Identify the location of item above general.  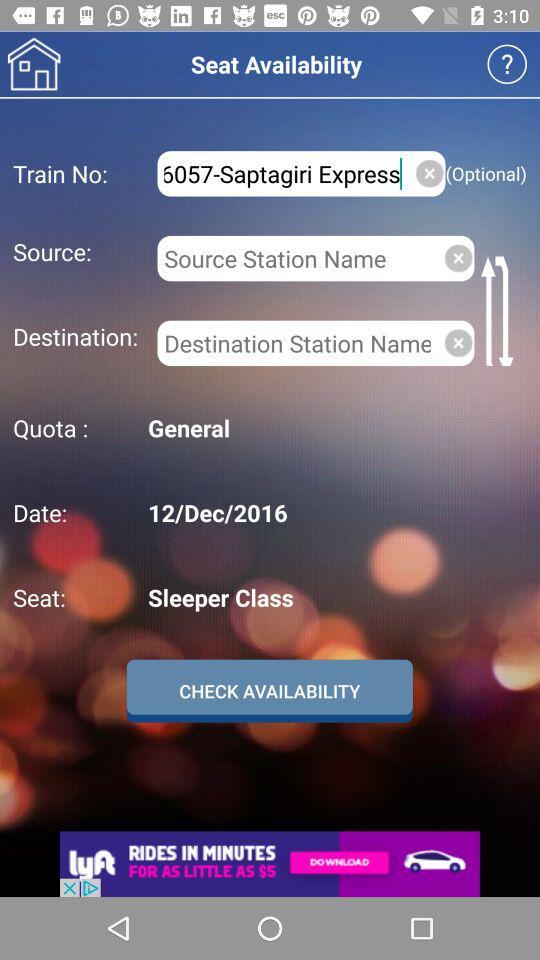
(499, 310).